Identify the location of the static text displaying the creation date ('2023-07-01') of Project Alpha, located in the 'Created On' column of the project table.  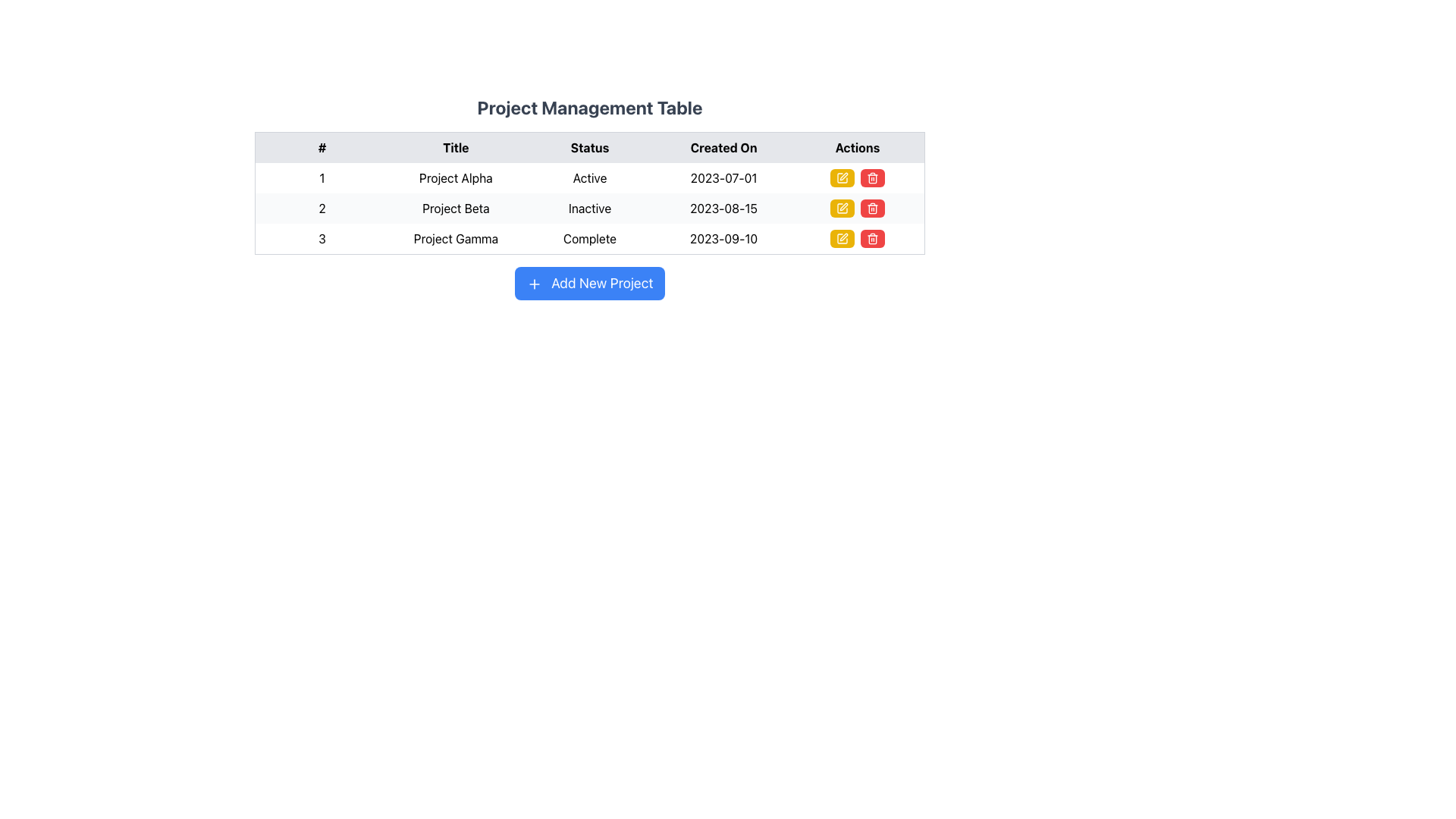
(723, 177).